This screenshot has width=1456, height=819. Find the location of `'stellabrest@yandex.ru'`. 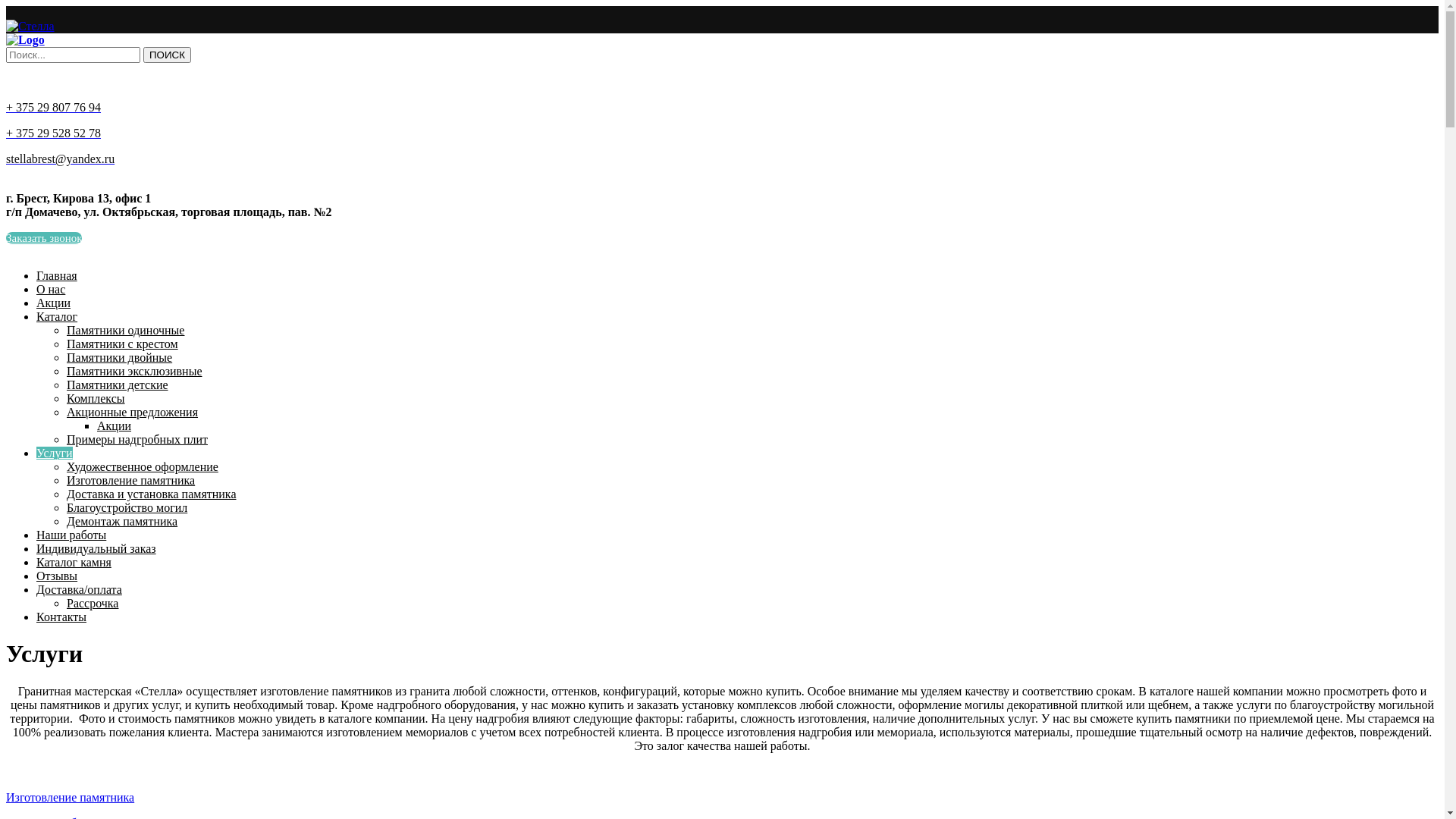

'stellabrest@yandex.ru' is located at coordinates (6, 158).